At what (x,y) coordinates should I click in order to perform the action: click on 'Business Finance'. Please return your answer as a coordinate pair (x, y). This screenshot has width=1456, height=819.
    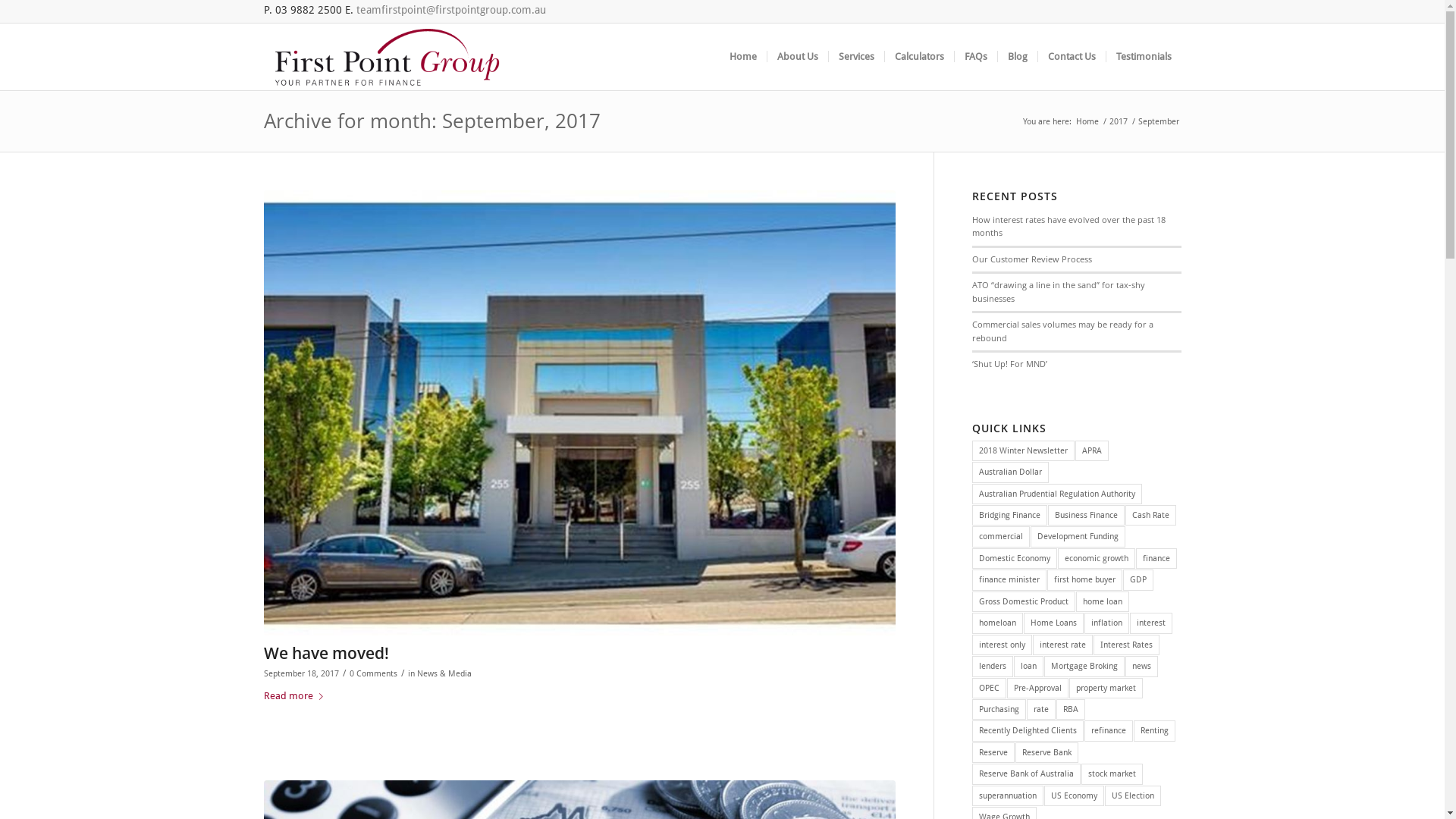
    Looking at the image, I should click on (1047, 514).